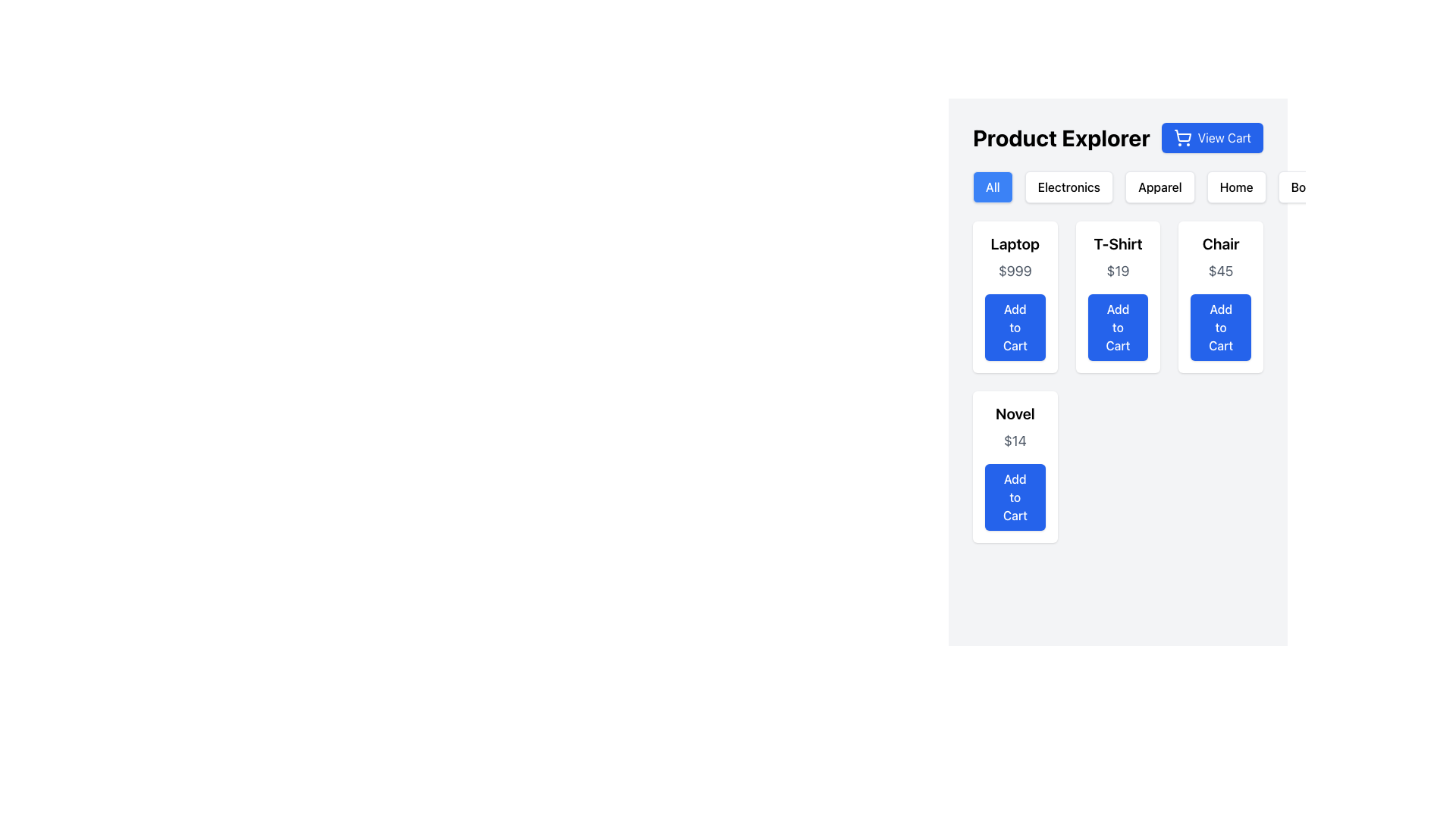 The height and width of the screenshot is (819, 1456). Describe the element at coordinates (1015, 243) in the screenshot. I see `the text label displaying 'Laptop' in bold, large font, which is located above the price and 'Add to Cart' button in the top-left corner of the grid layout` at that location.